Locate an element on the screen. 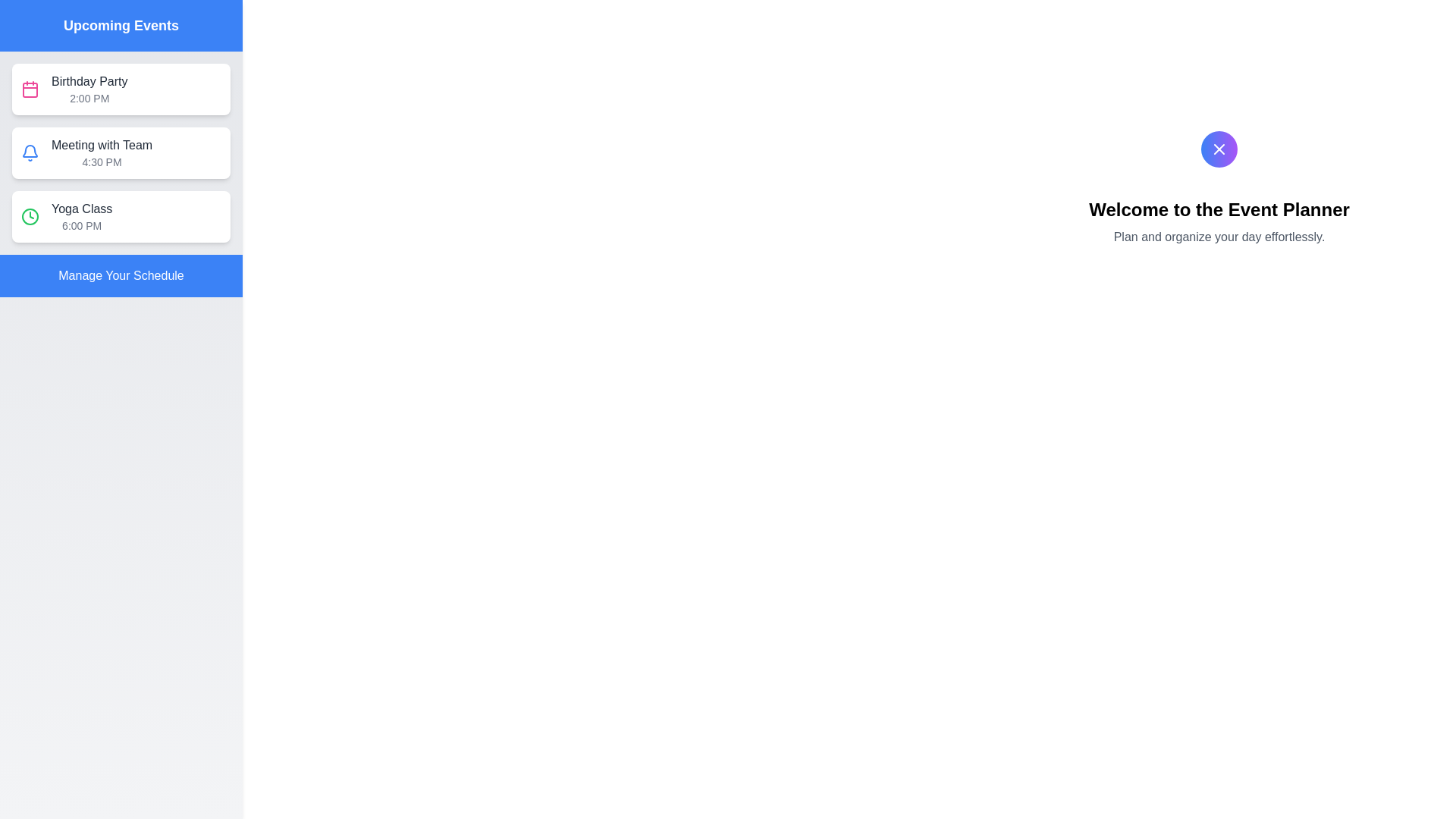  the green circular clock icon indicating the time for the 'Yoga Class' event, positioned above '6:00 PM' and adjacent to 'Yoga Class' is located at coordinates (30, 216).